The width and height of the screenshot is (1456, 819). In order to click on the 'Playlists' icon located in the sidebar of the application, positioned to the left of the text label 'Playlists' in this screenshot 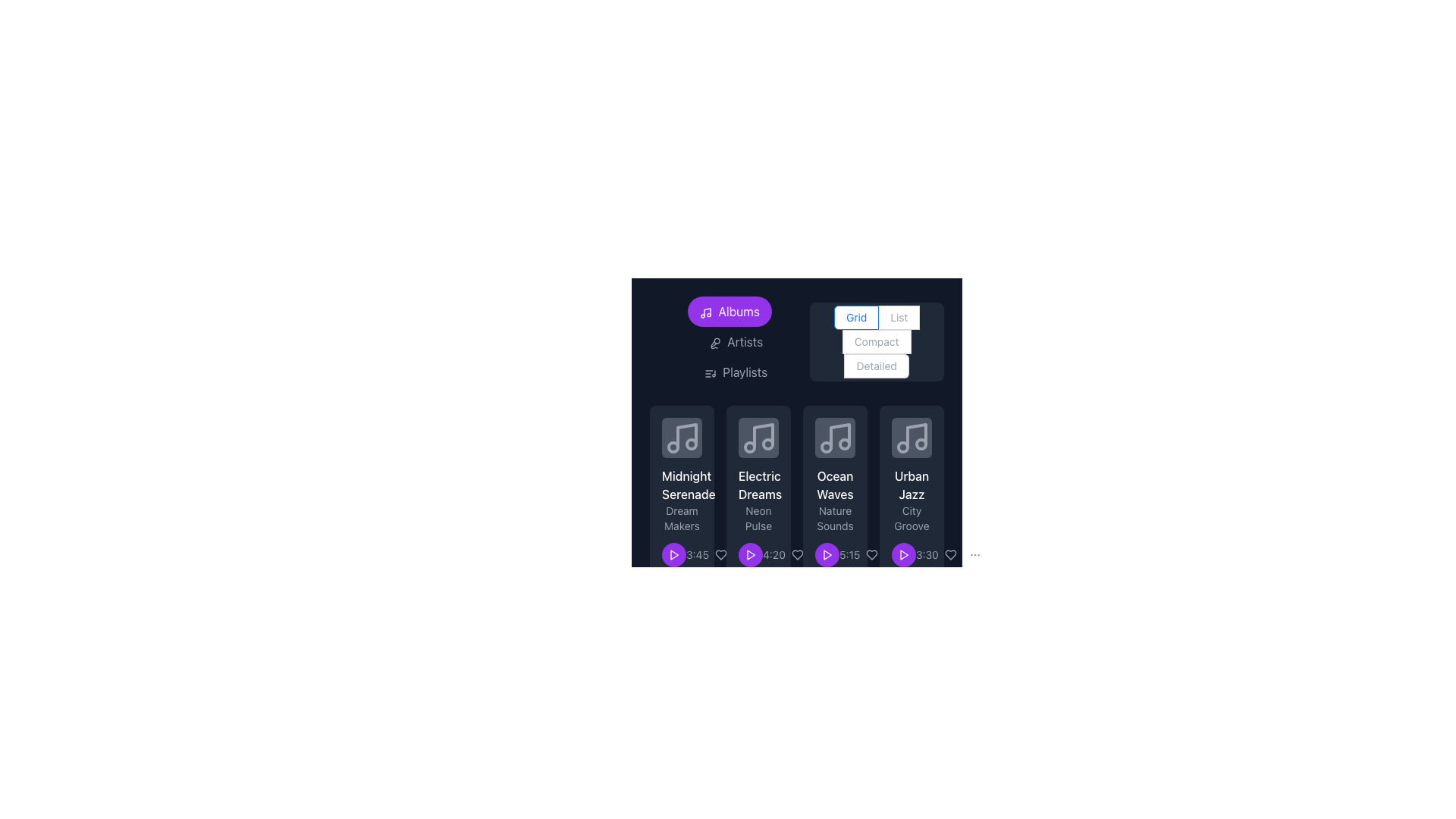, I will do `click(710, 373)`.